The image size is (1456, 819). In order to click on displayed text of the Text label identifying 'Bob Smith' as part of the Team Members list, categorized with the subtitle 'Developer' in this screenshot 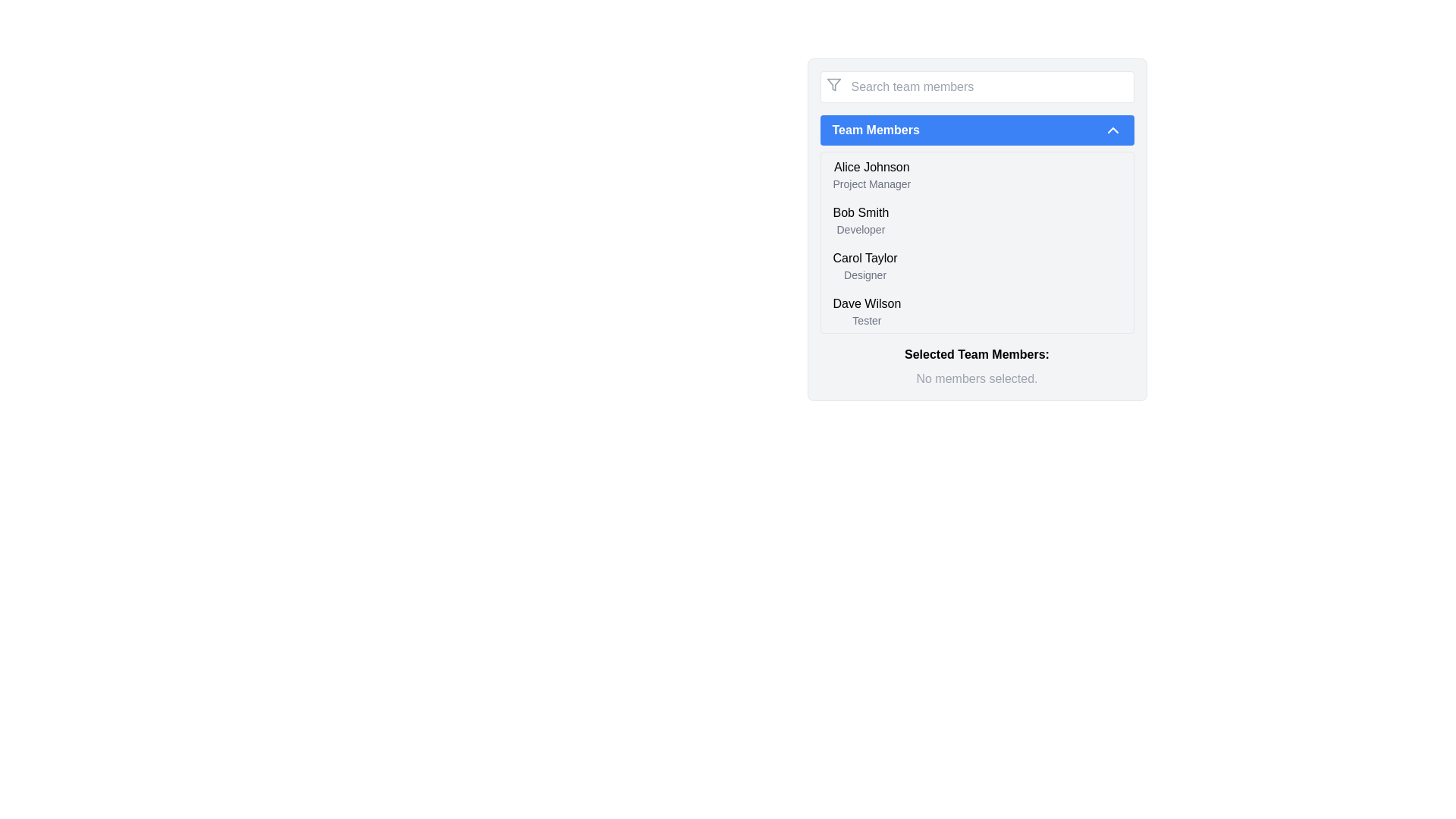, I will do `click(861, 213)`.